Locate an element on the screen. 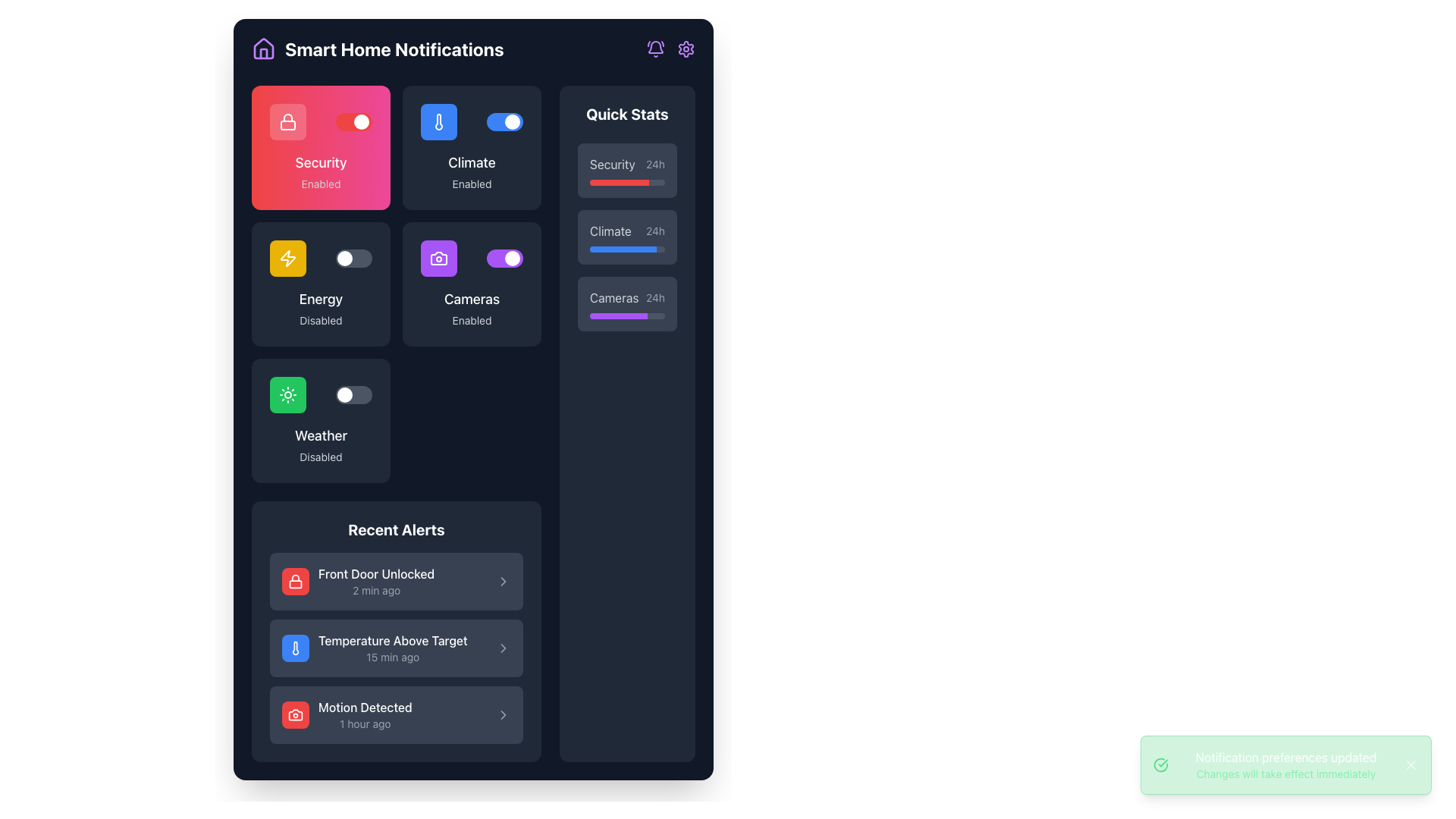 The height and width of the screenshot is (819, 1456). the 'Recent Alerts' header text element, which is styled in bold, white text on a dark-blue background, located in the bottom-left section of the interface is located at coordinates (397, 529).